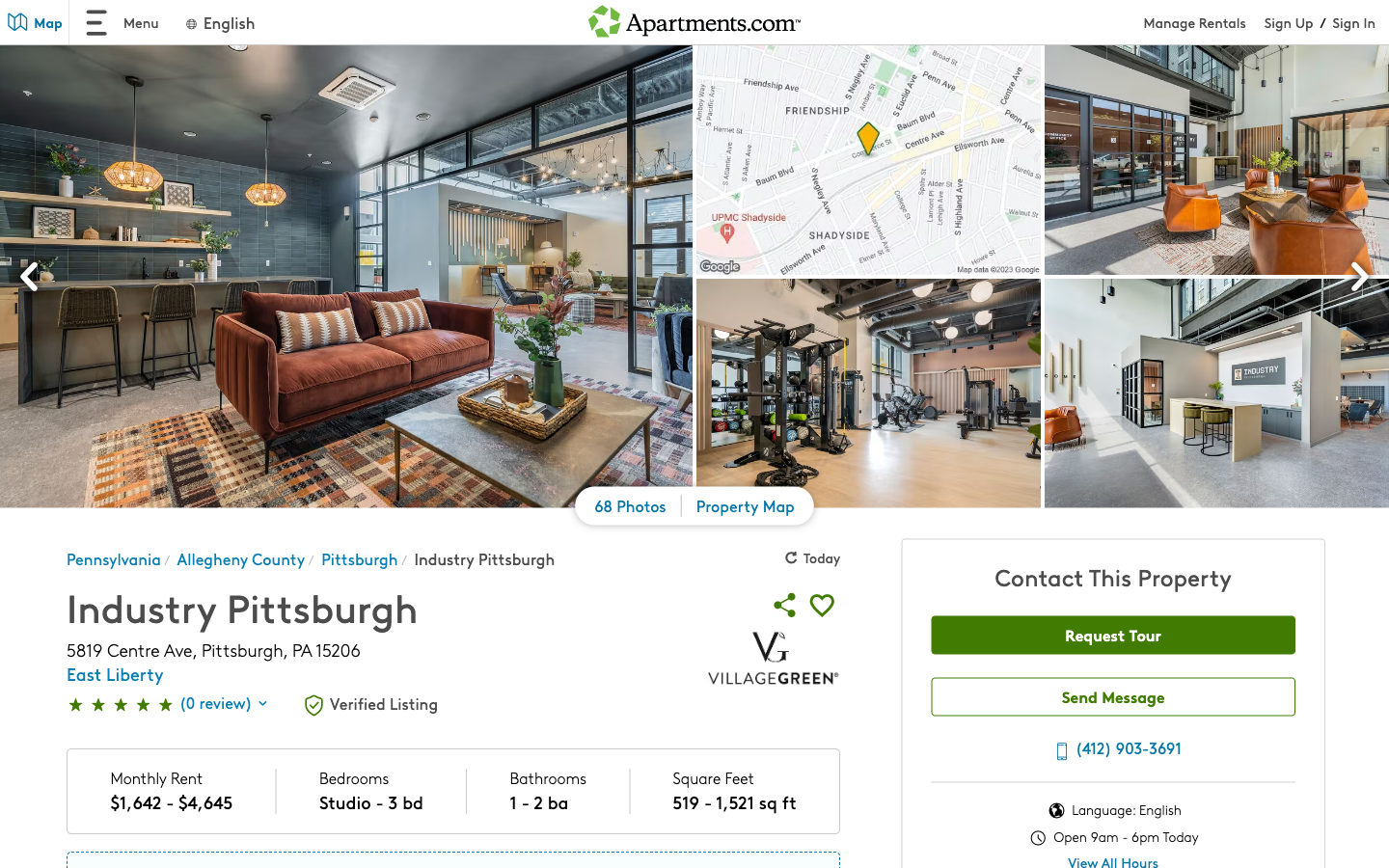  Describe the element at coordinates (1113, 699) in the screenshot. I see `Input the text "hello" in the message box and hit enter` at that location.